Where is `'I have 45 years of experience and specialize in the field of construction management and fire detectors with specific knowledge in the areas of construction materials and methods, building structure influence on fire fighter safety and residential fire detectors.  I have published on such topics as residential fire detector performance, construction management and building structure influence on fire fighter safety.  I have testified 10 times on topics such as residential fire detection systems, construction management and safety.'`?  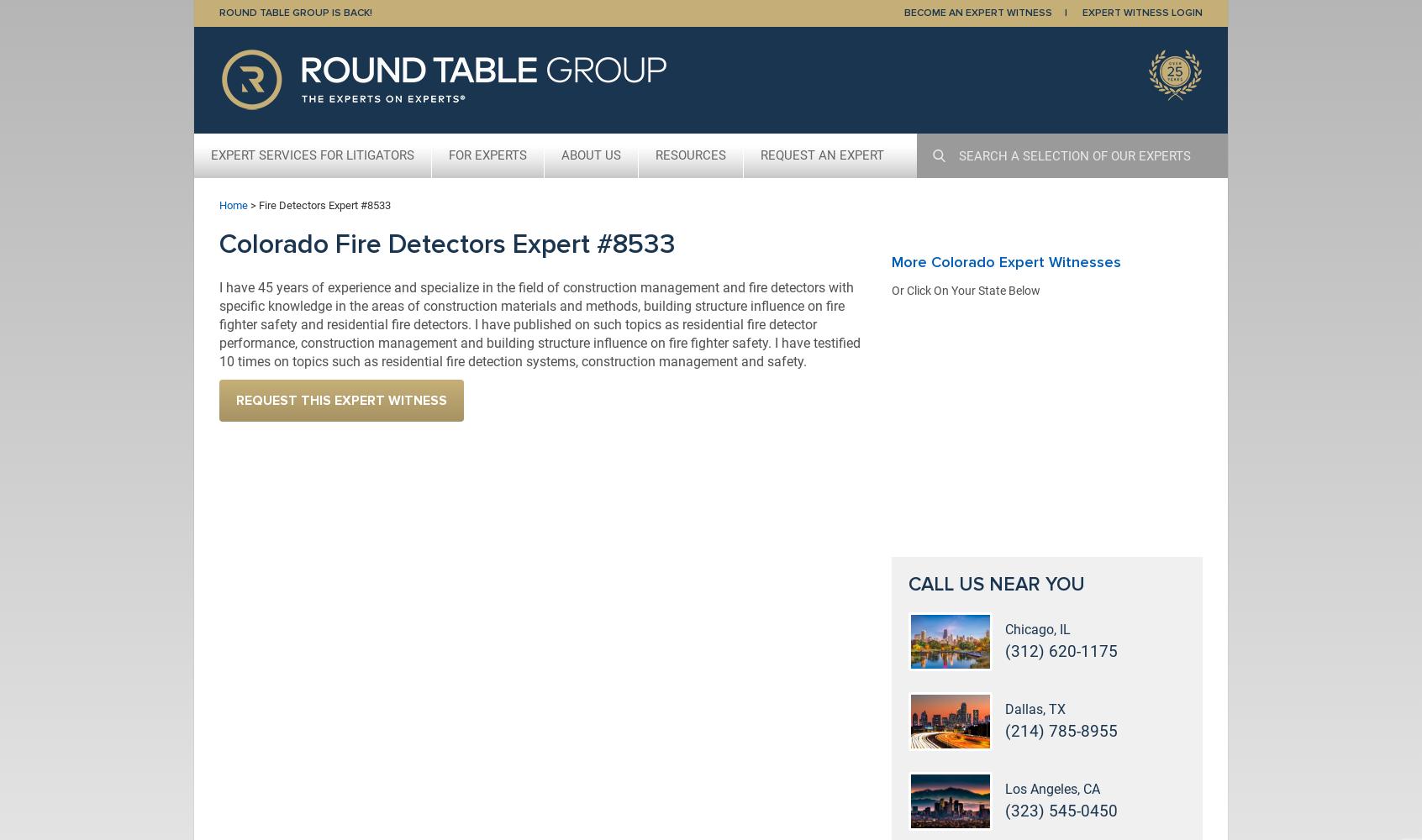 'I have 45 years of experience and specialize in the field of construction management and fire detectors with specific knowledge in the areas of construction materials and methods, building structure influence on fire fighter safety and residential fire detectors.  I have published on such topics as residential fire detector performance, construction management and building structure influence on fire fighter safety.  I have testified 10 times on topics such as residential fire detection systems, construction management and safety.' is located at coordinates (540, 323).